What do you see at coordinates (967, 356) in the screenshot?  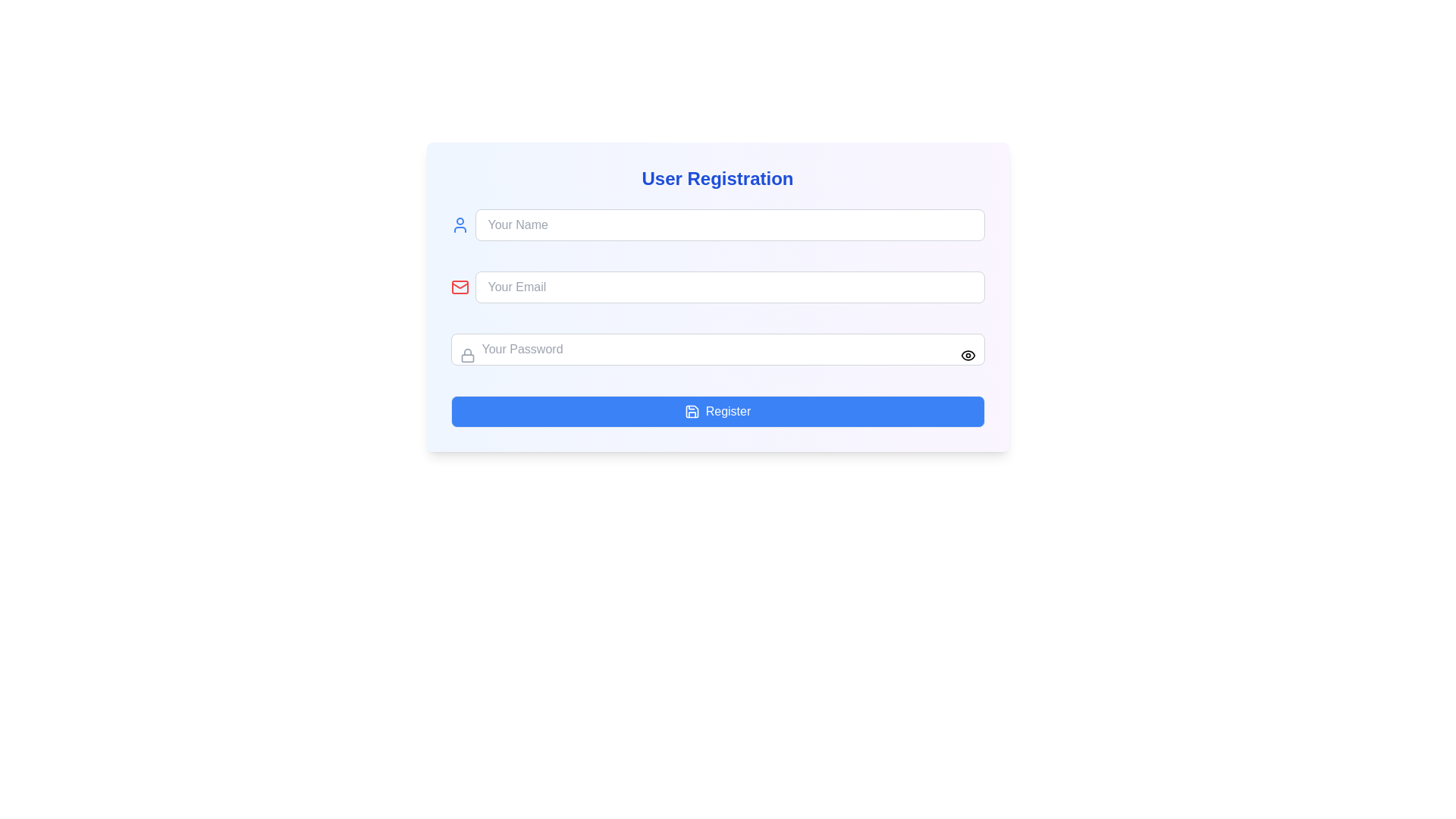 I see `the outer arc of the eye icon that suggests toggling the visibility of the password input, located near the right edge of the password field on the registration form` at bounding box center [967, 356].